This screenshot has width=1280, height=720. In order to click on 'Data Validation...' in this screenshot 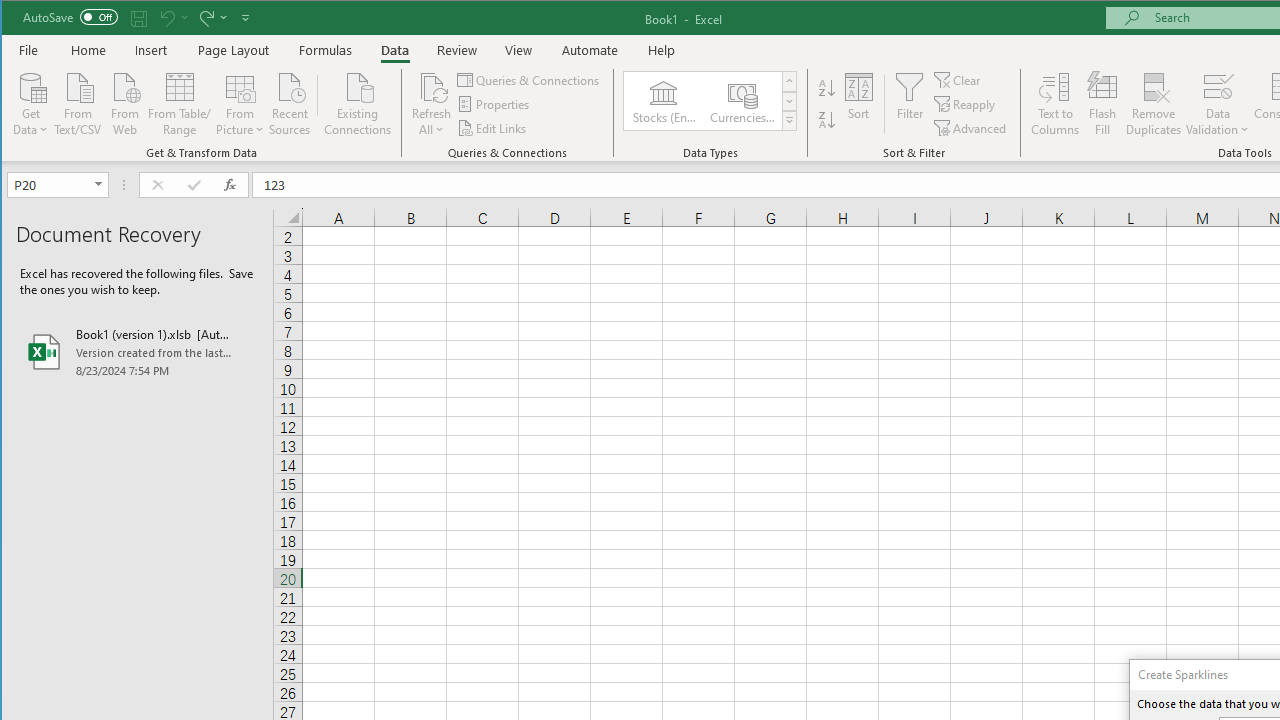, I will do `click(1216, 85)`.